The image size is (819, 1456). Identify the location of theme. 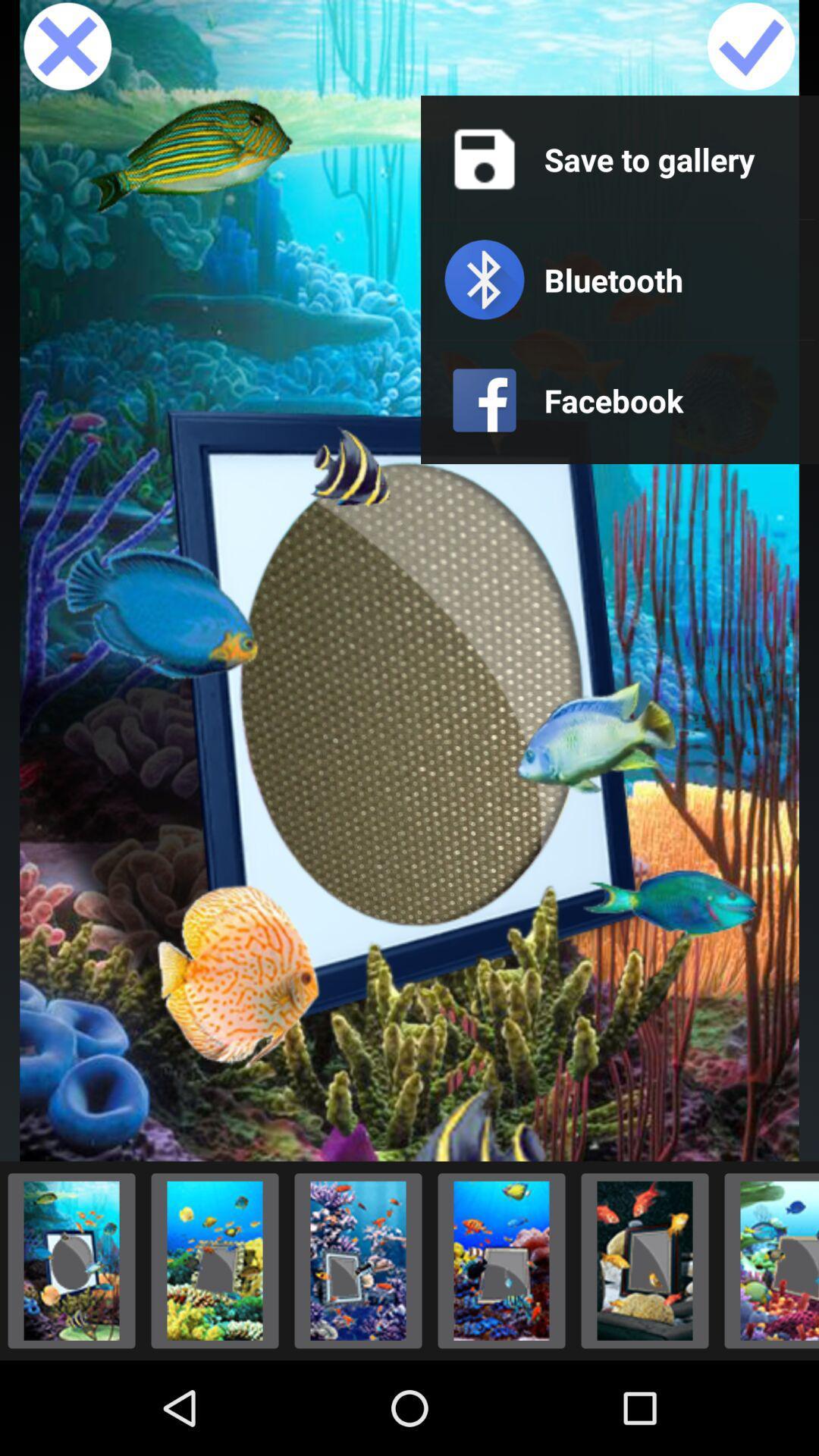
(215, 1260).